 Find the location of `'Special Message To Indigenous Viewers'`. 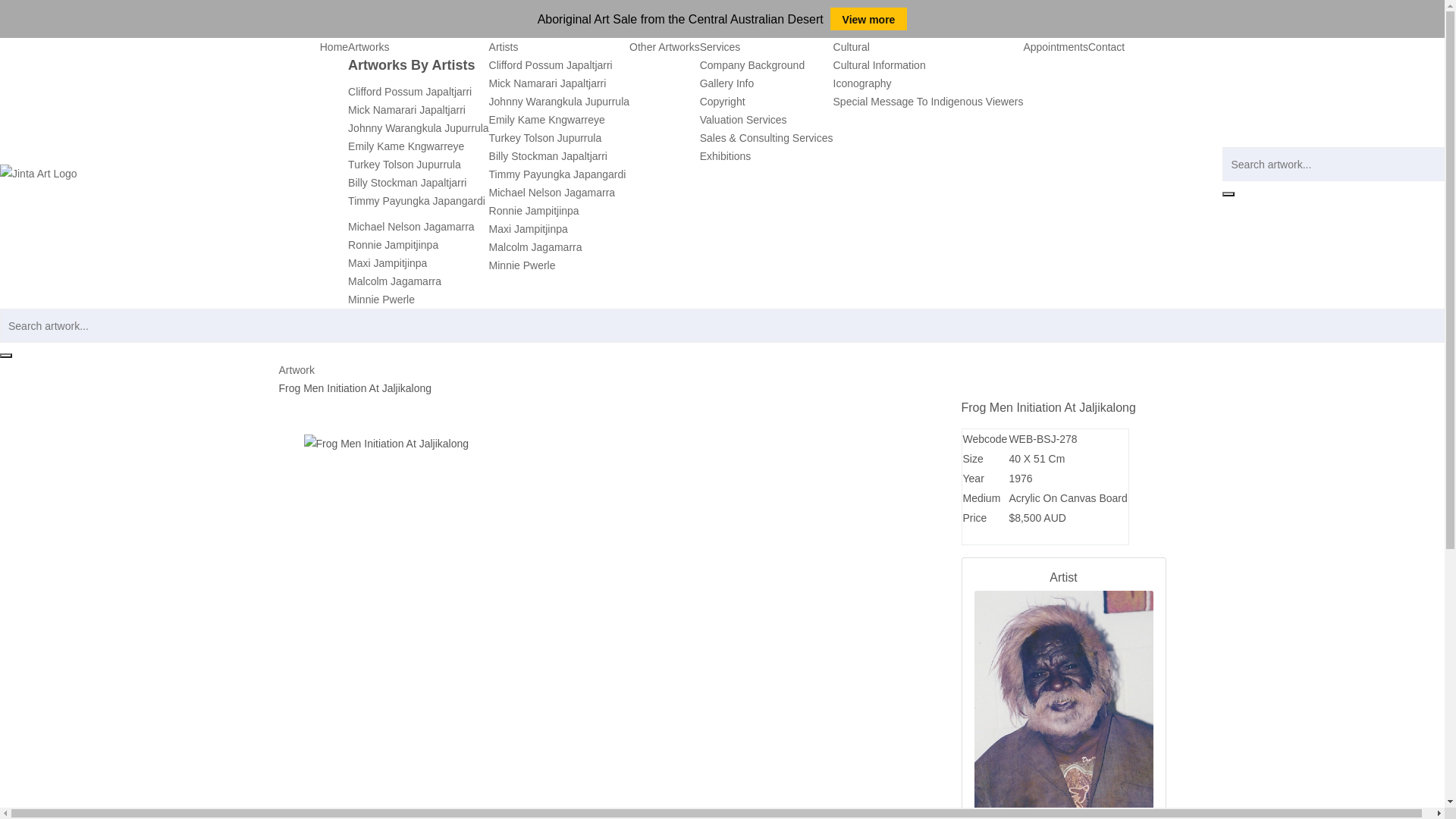

'Special Message To Indigenous Viewers' is located at coordinates (927, 102).